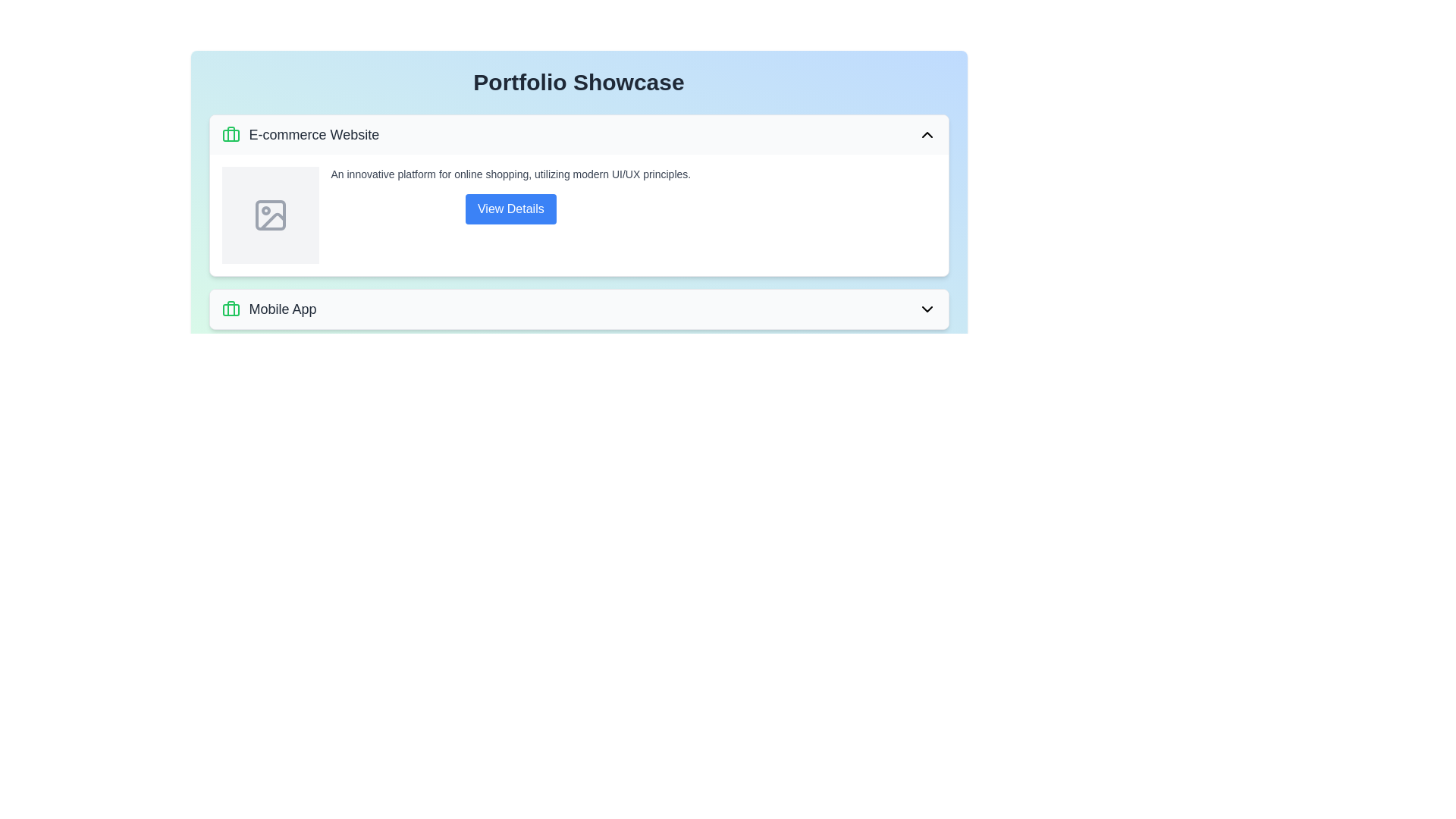 The image size is (1456, 819). What do you see at coordinates (926, 309) in the screenshot?
I see `the navigation icon at the far right end of the 'Mobile App' section header` at bounding box center [926, 309].